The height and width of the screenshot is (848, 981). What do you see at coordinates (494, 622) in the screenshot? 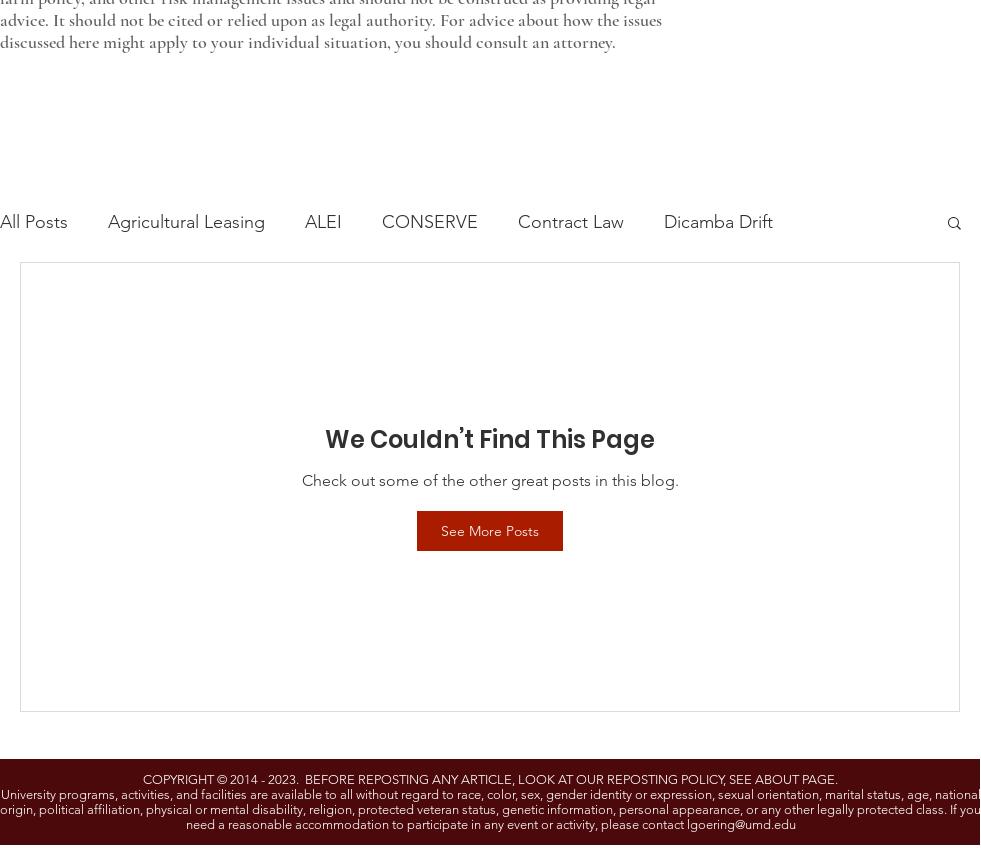
I see `'Debt Relief'` at bounding box center [494, 622].